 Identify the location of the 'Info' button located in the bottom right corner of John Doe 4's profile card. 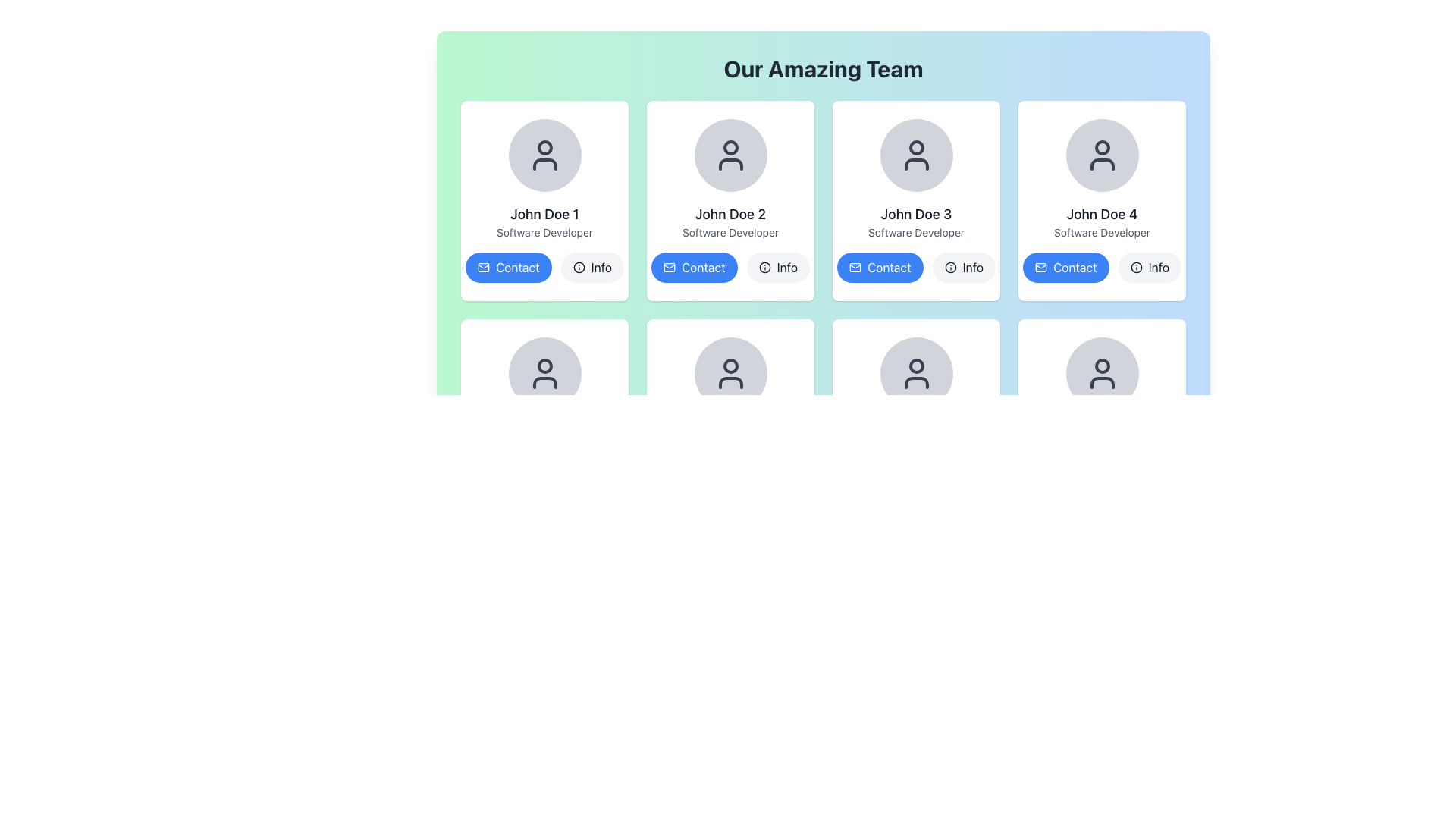
(1150, 267).